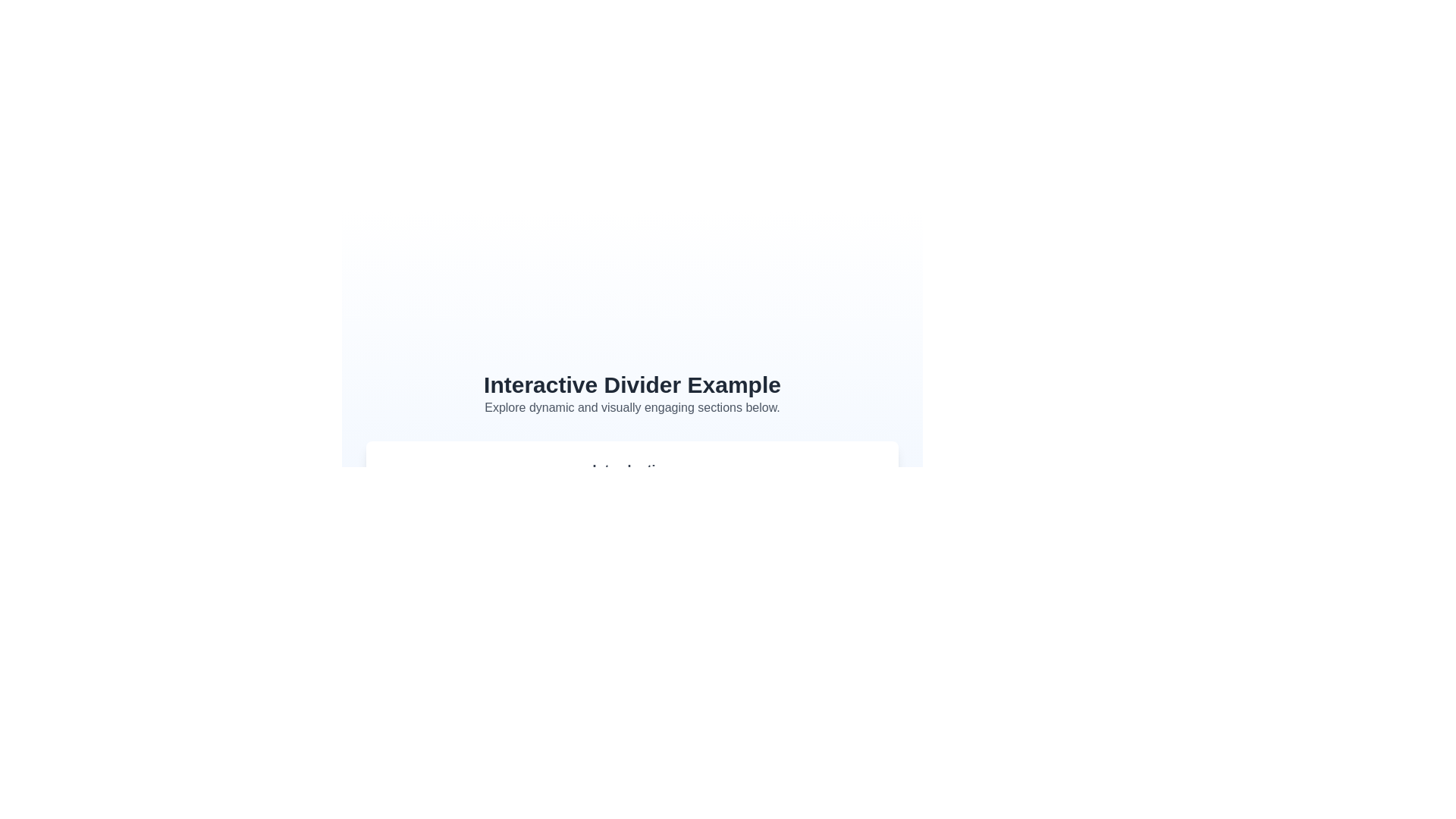 The width and height of the screenshot is (1456, 819). What do you see at coordinates (632, 406) in the screenshot?
I see `the text element with the content 'Explore dynamic and visually engaging sections below.' which is styled in light gray and is located beneath the bold black text 'Interactive Divider Example'` at bounding box center [632, 406].